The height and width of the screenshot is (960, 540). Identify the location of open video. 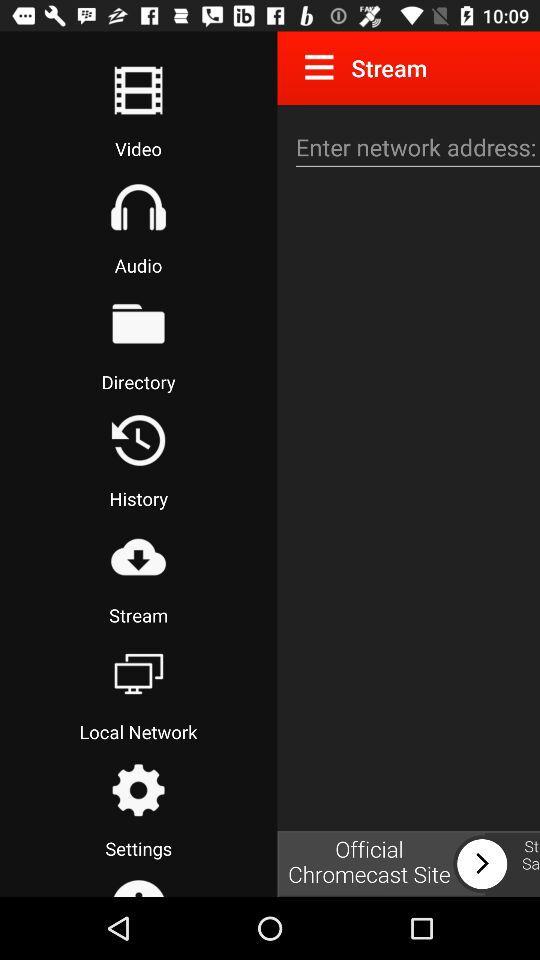
(137, 90).